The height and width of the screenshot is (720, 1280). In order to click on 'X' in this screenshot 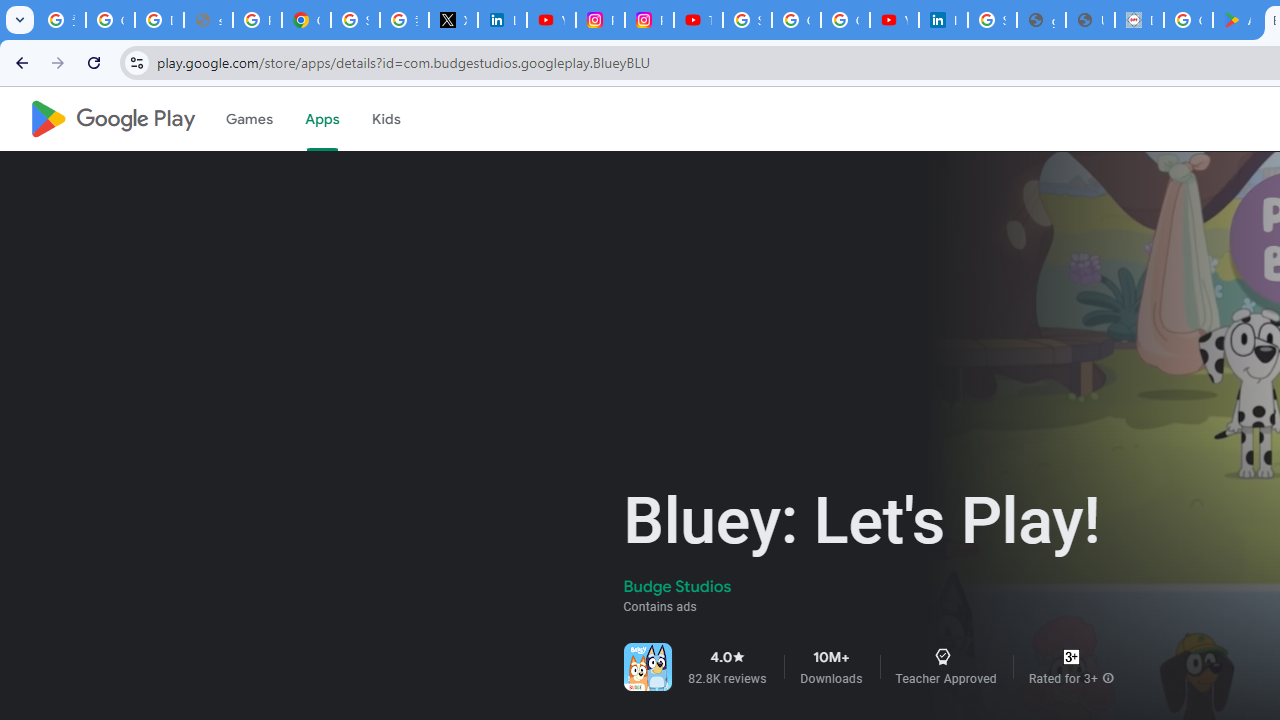, I will do `click(452, 20)`.